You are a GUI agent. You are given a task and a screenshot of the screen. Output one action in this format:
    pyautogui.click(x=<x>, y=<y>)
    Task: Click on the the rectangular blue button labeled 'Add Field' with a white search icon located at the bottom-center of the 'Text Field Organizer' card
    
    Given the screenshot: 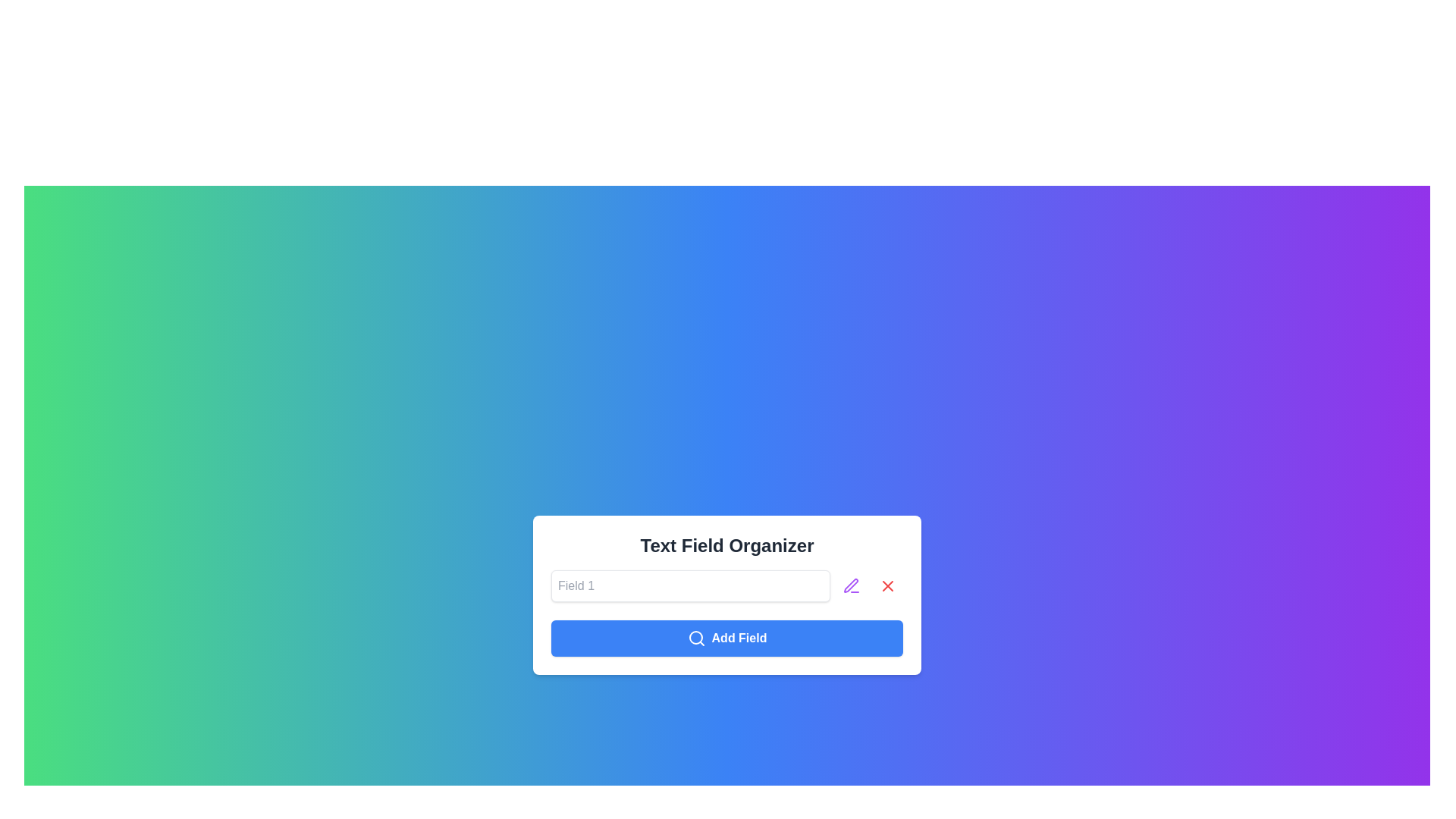 What is the action you would take?
    pyautogui.click(x=726, y=638)
    